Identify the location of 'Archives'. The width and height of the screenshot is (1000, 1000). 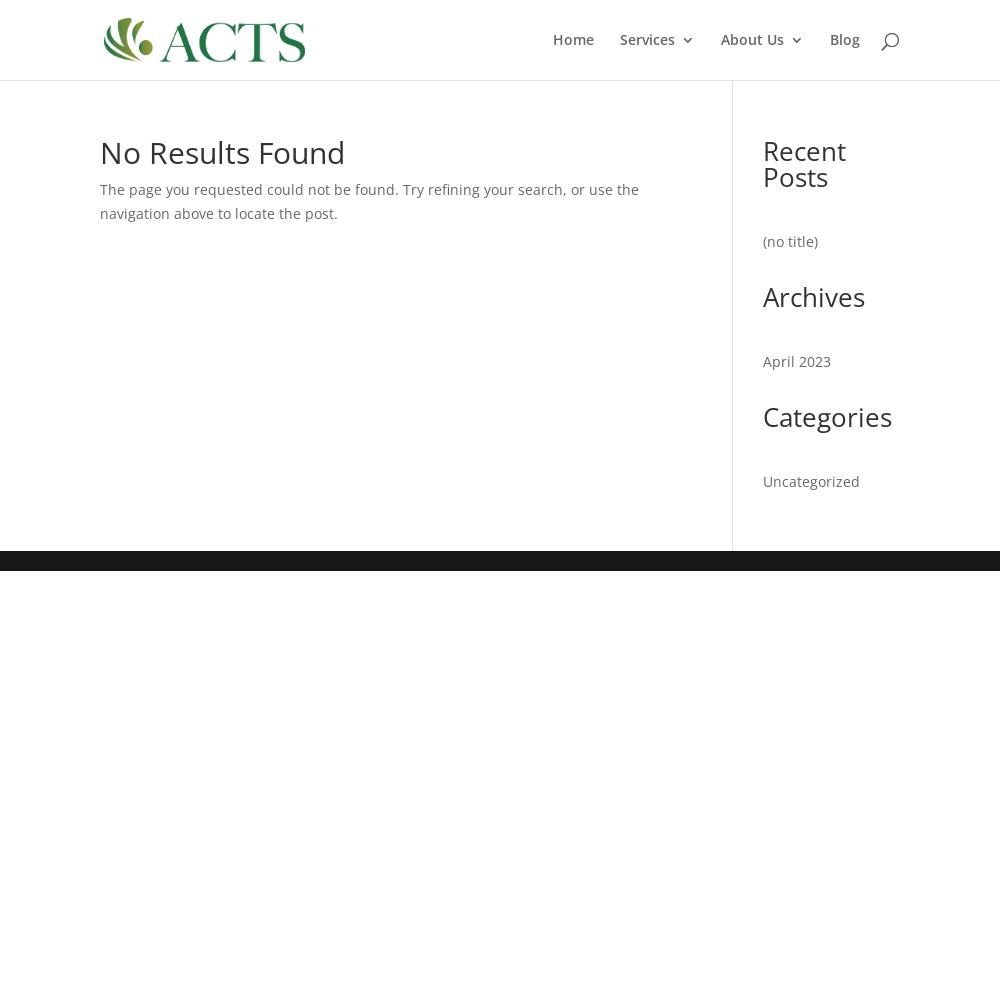
(813, 296).